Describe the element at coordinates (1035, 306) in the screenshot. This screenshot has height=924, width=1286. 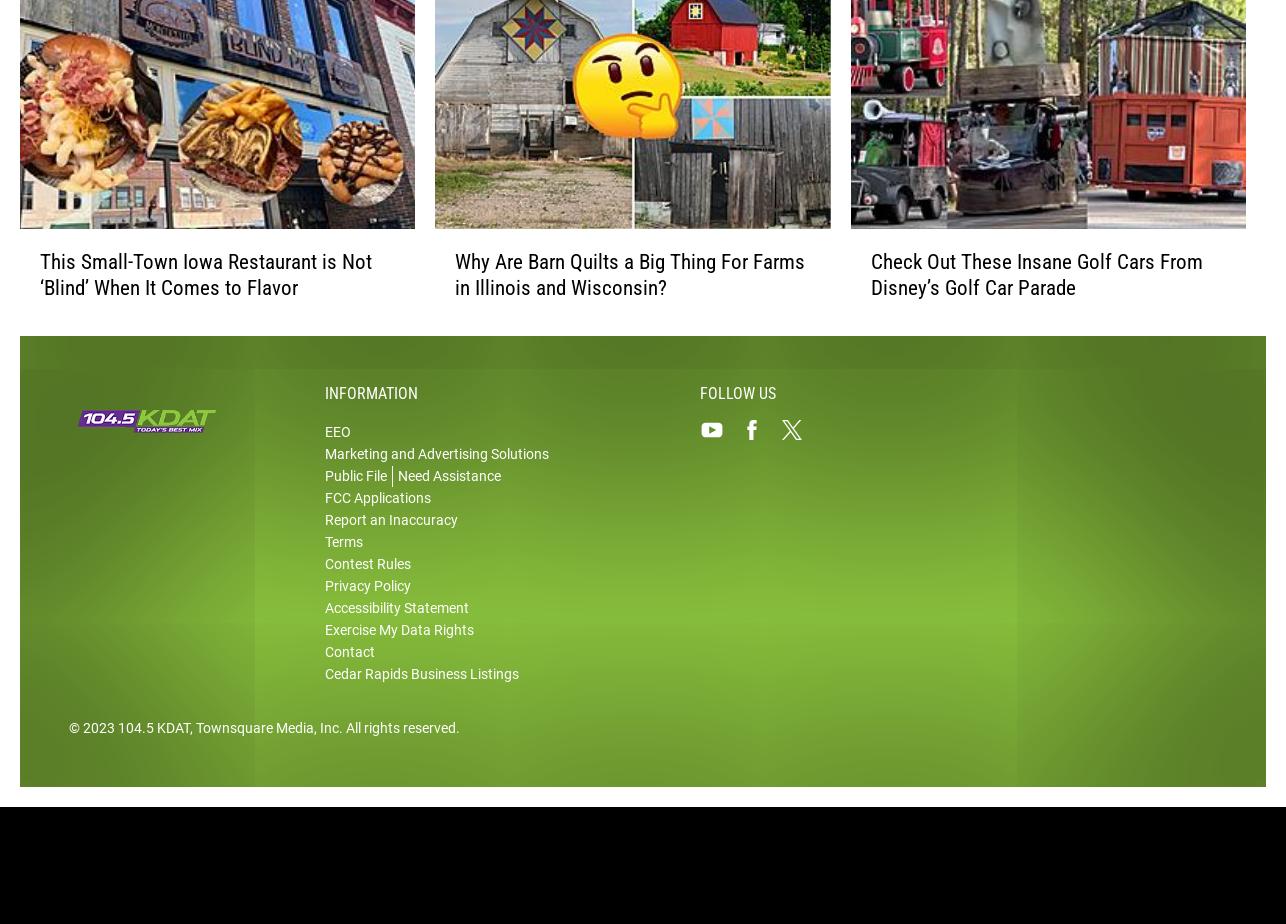
I see `'Check Out These Insane Golf Cars From Disney’s Golf Car Parade'` at that location.